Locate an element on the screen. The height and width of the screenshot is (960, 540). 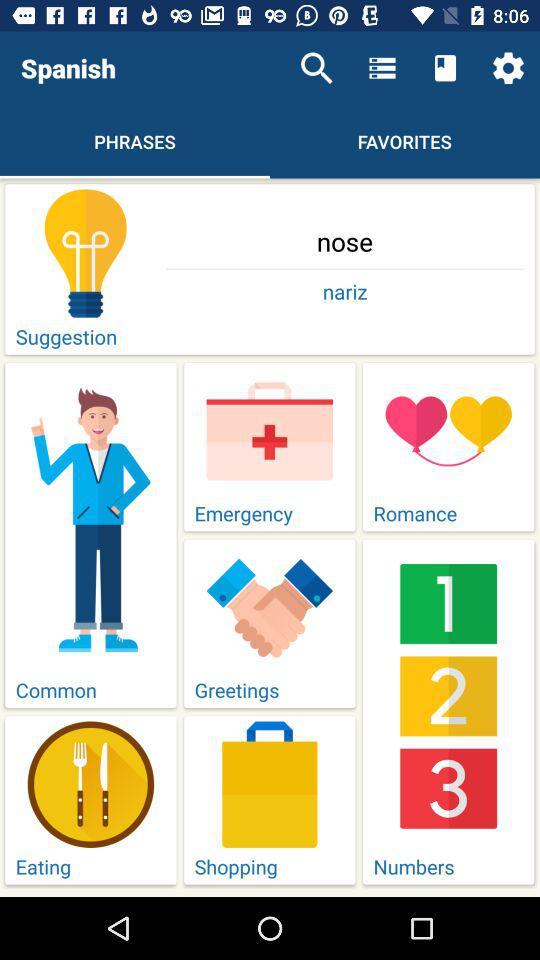
the item above nose is located at coordinates (316, 68).